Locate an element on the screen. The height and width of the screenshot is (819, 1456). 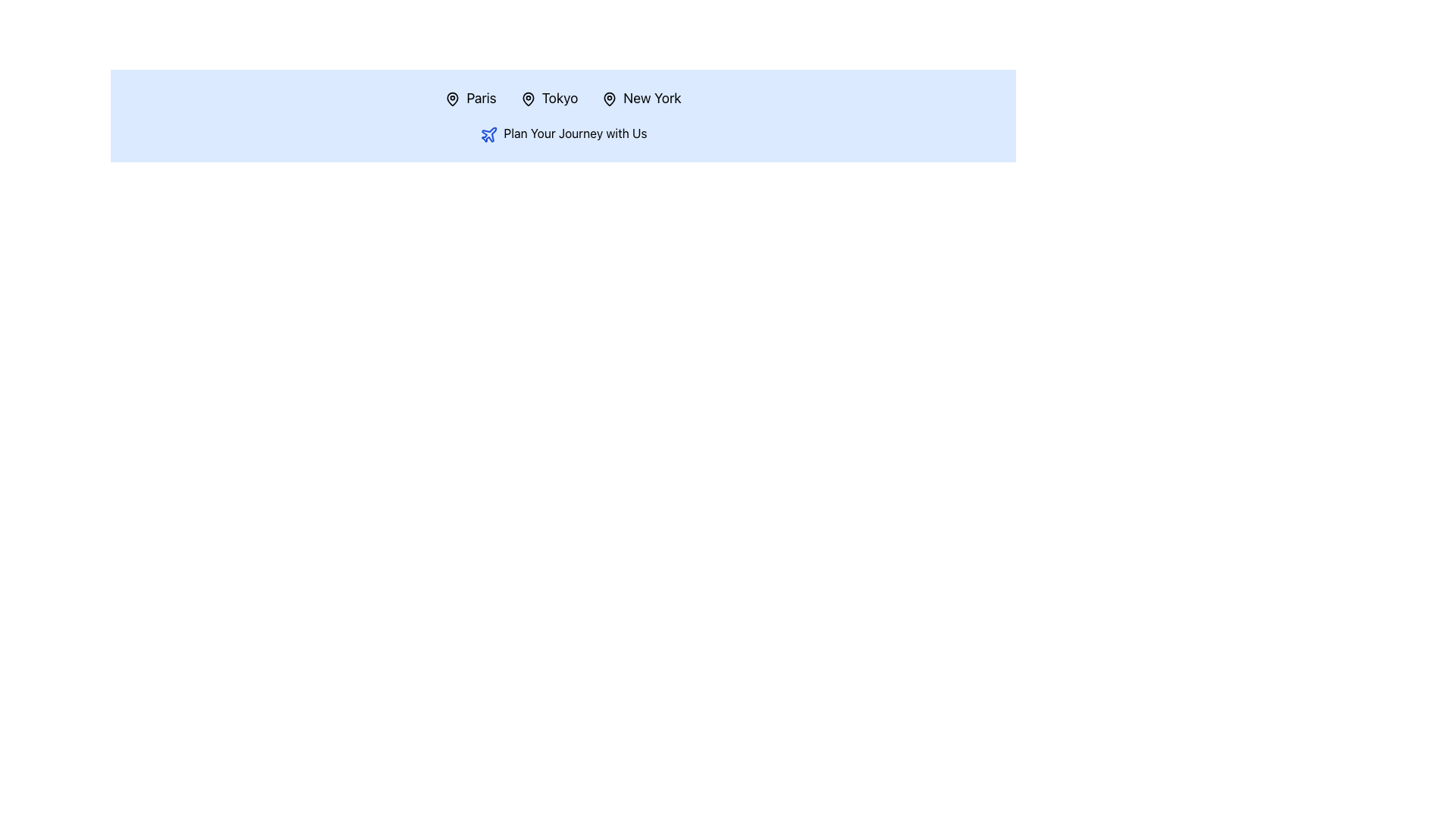
the first location marker icon adjacent to the text 'Paris' in the top right section of the interface is located at coordinates (452, 99).